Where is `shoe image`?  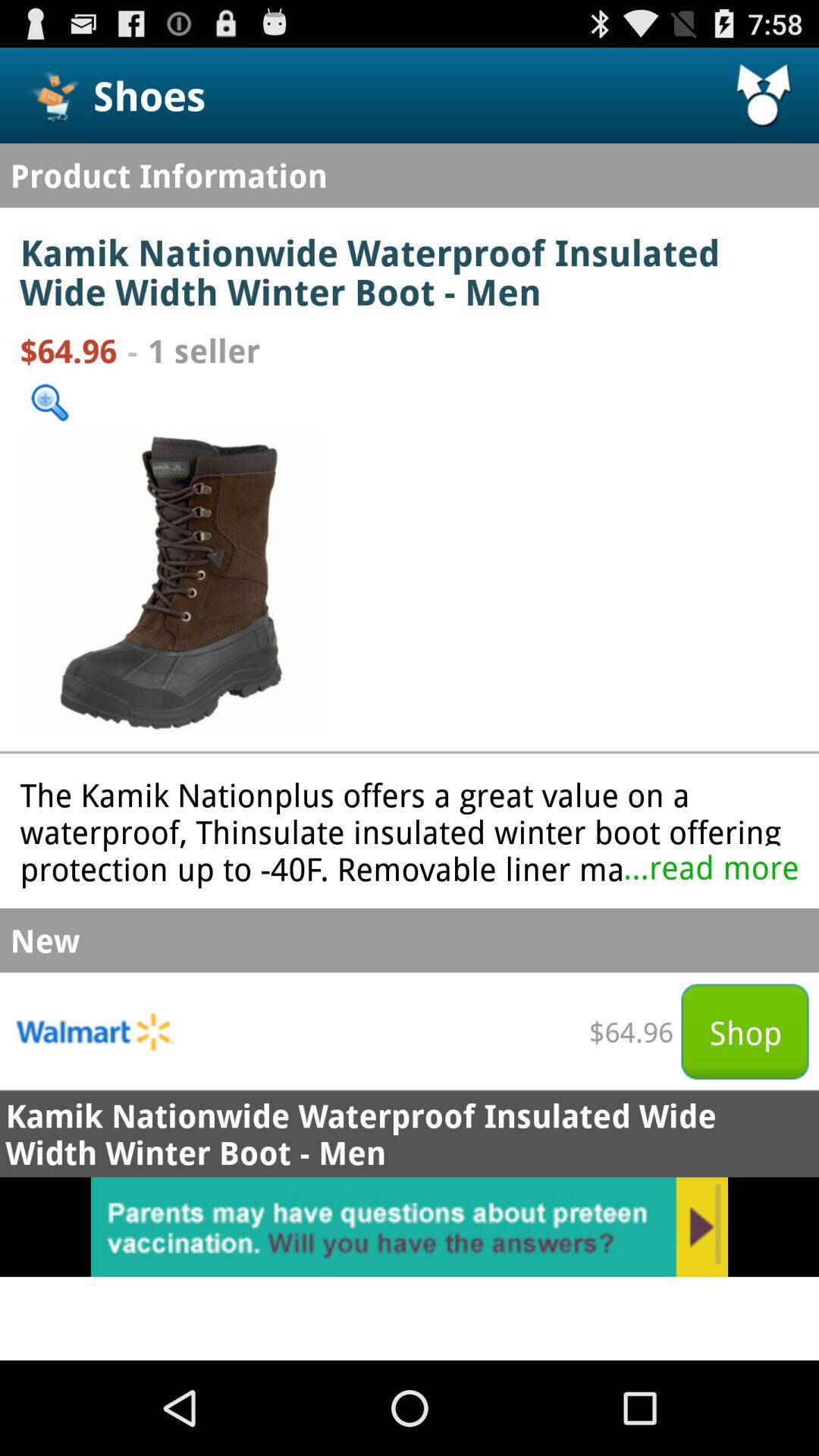
shoe image is located at coordinates (169, 581).